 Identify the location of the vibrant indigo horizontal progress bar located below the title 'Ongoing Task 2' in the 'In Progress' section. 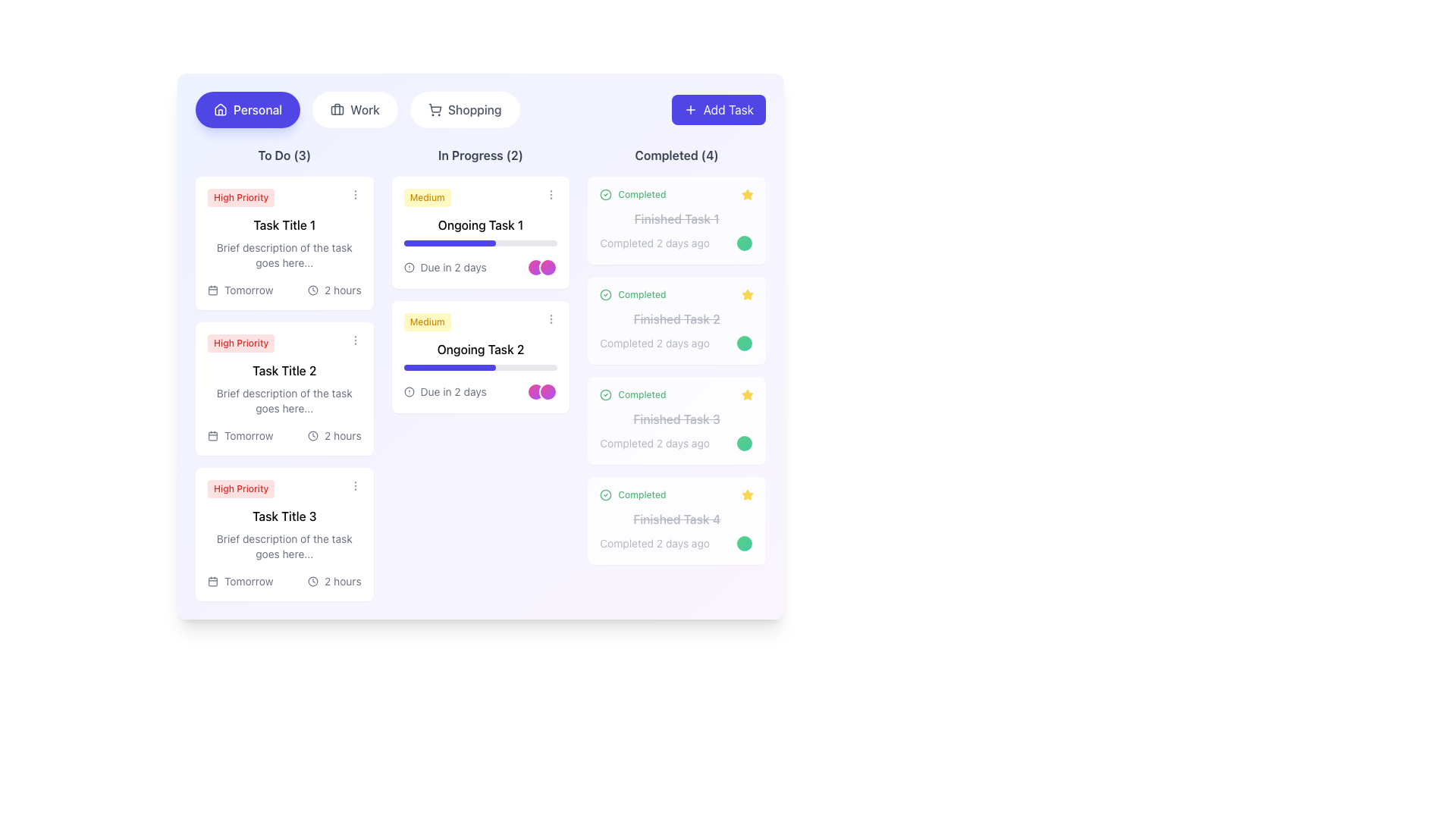
(449, 368).